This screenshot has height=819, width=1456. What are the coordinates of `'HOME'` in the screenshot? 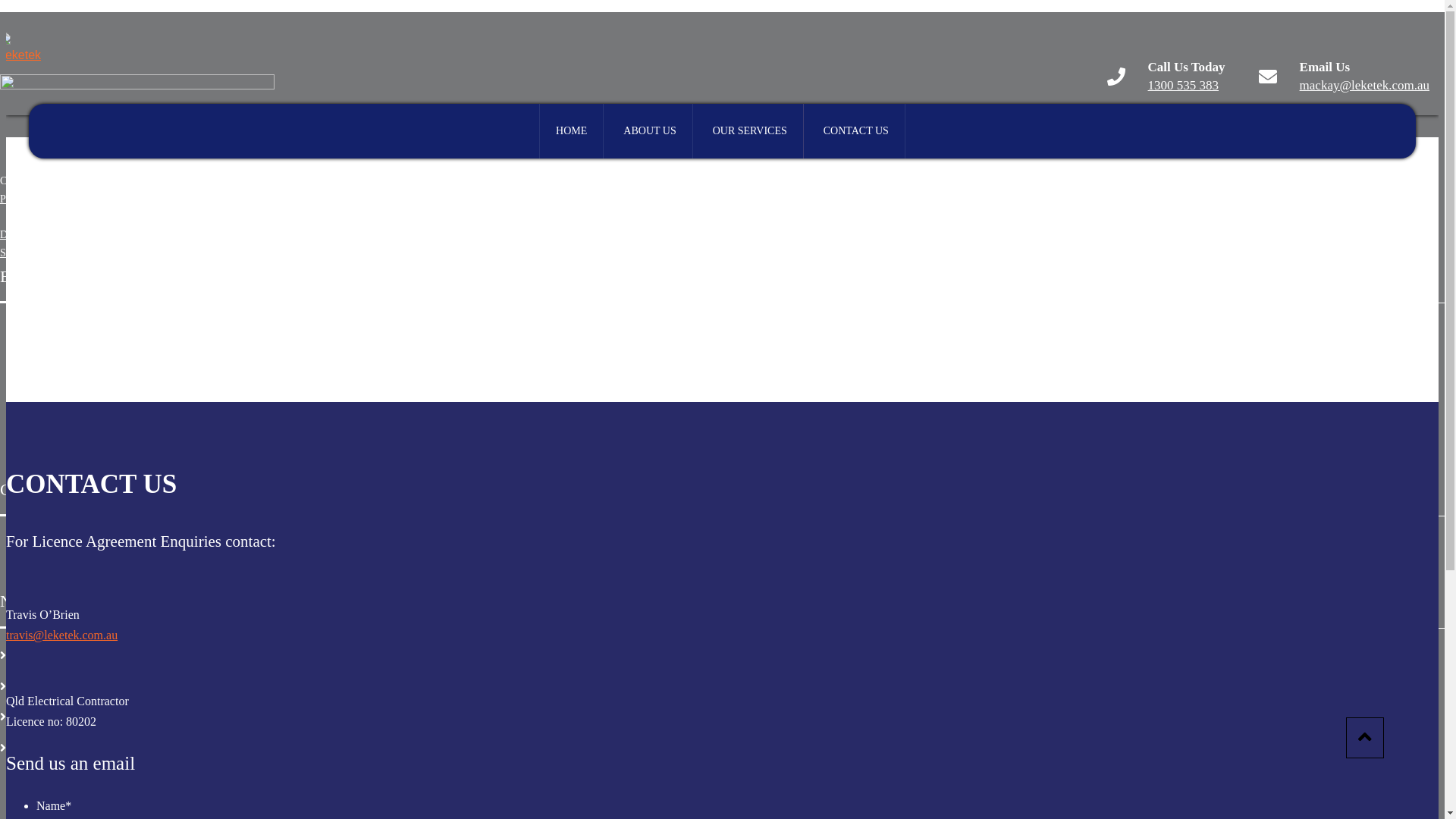 It's located at (570, 130).